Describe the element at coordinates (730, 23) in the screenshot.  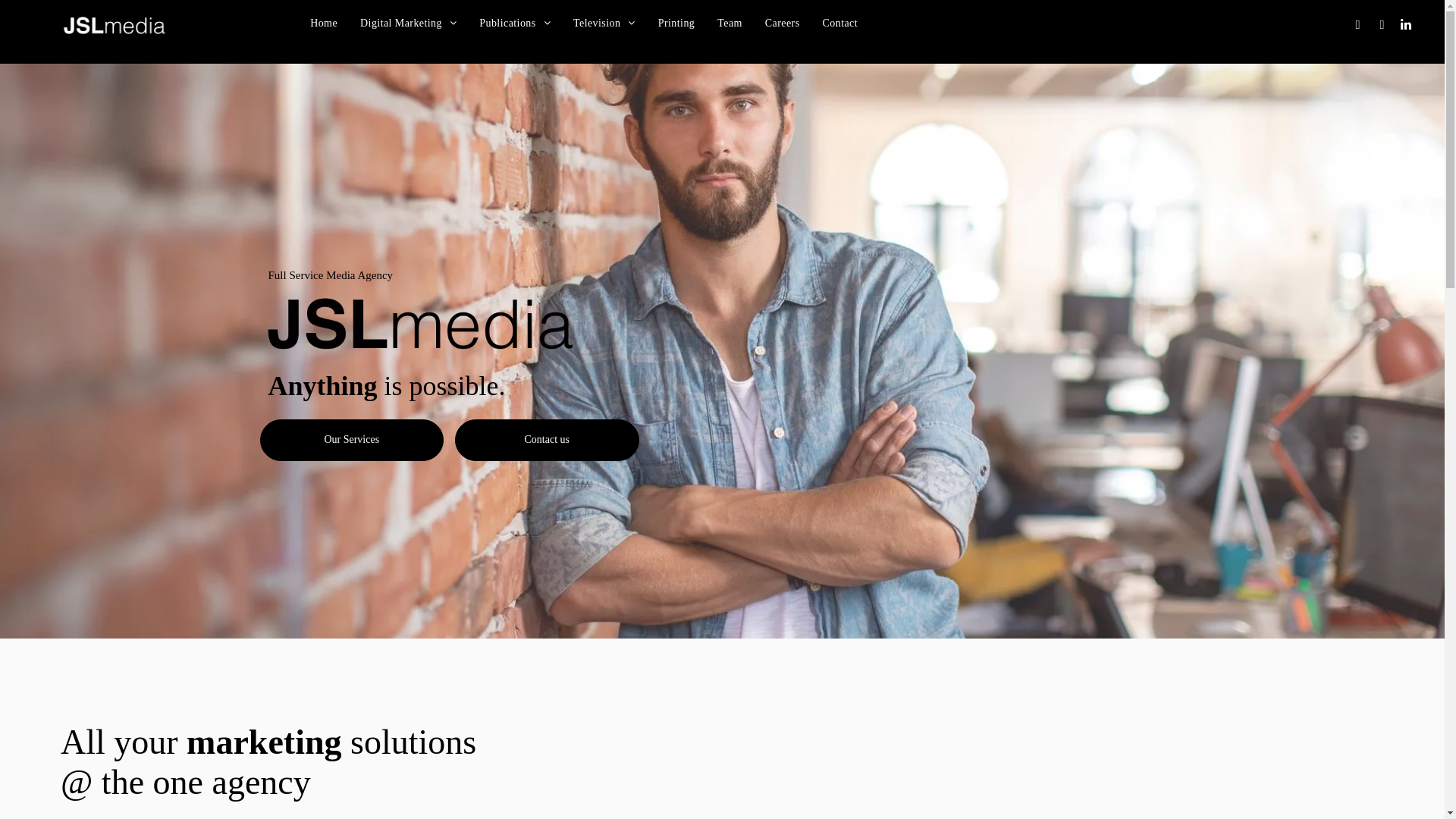
I see `'Team'` at that location.